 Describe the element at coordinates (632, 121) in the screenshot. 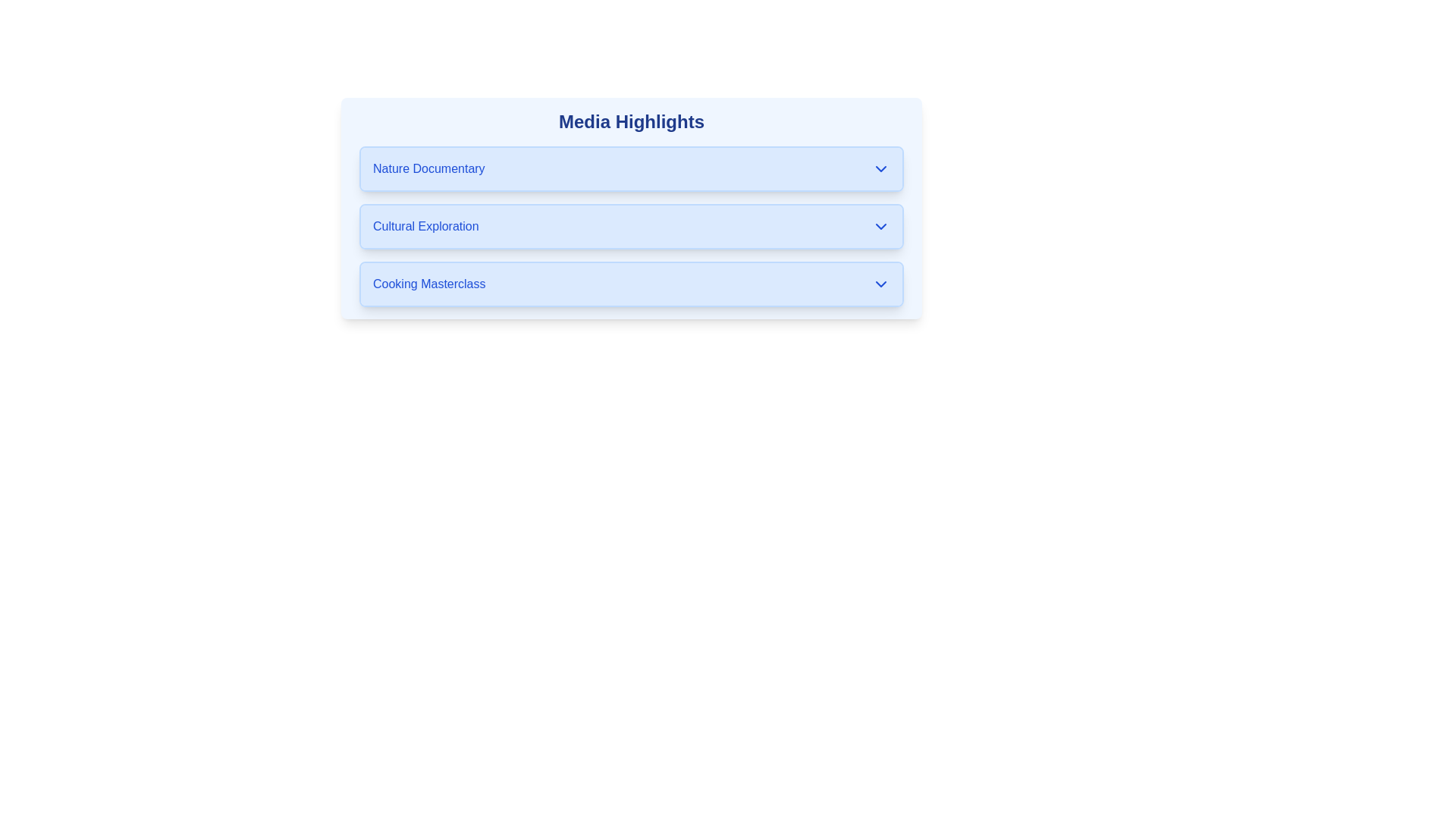

I see `text label 'Media Highlights' located at the top-center of the card with a light blue background` at that location.